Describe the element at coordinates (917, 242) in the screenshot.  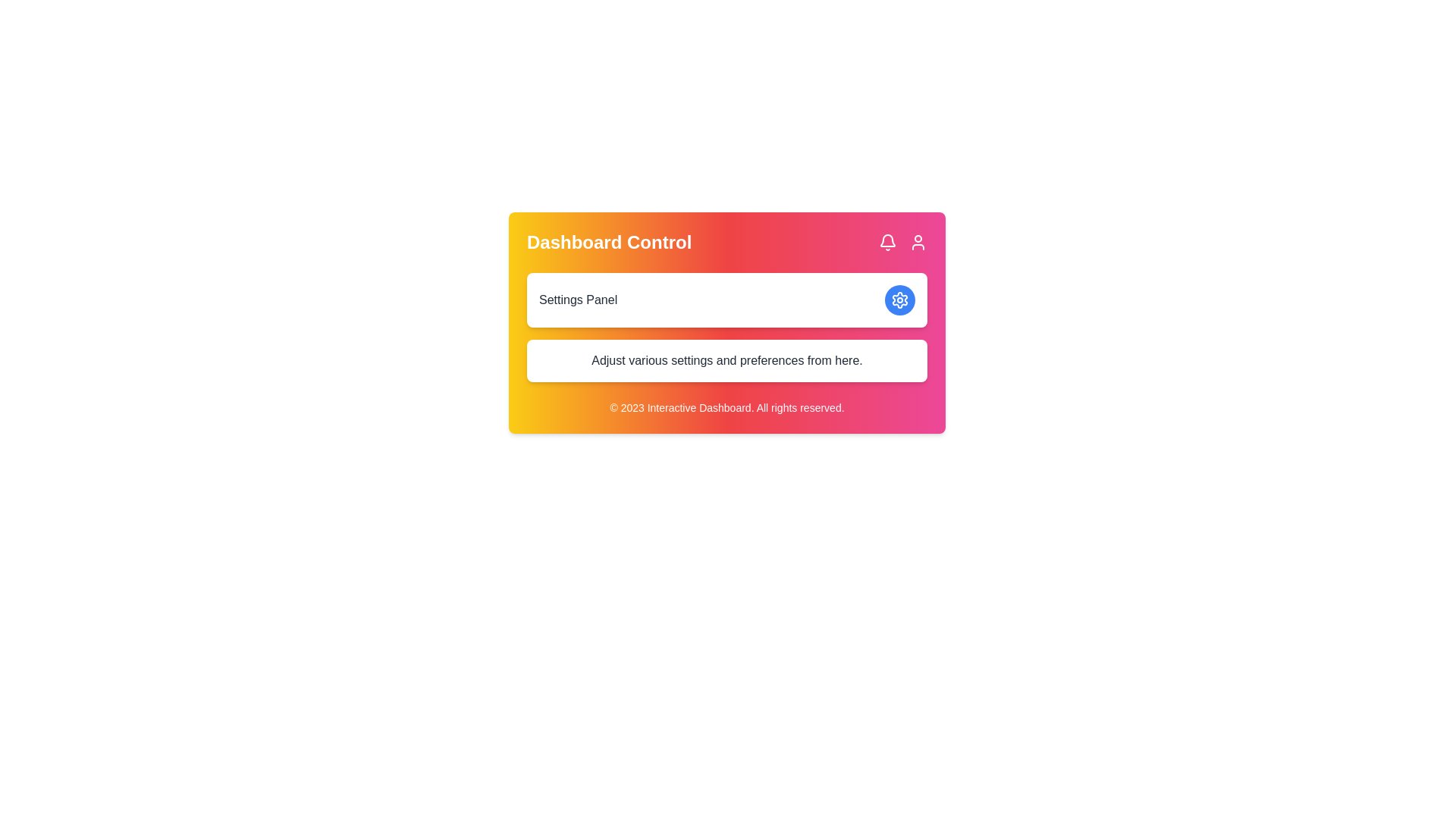
I see `the user account actions icon located at the top-right corner of the card-like interface` at that location.